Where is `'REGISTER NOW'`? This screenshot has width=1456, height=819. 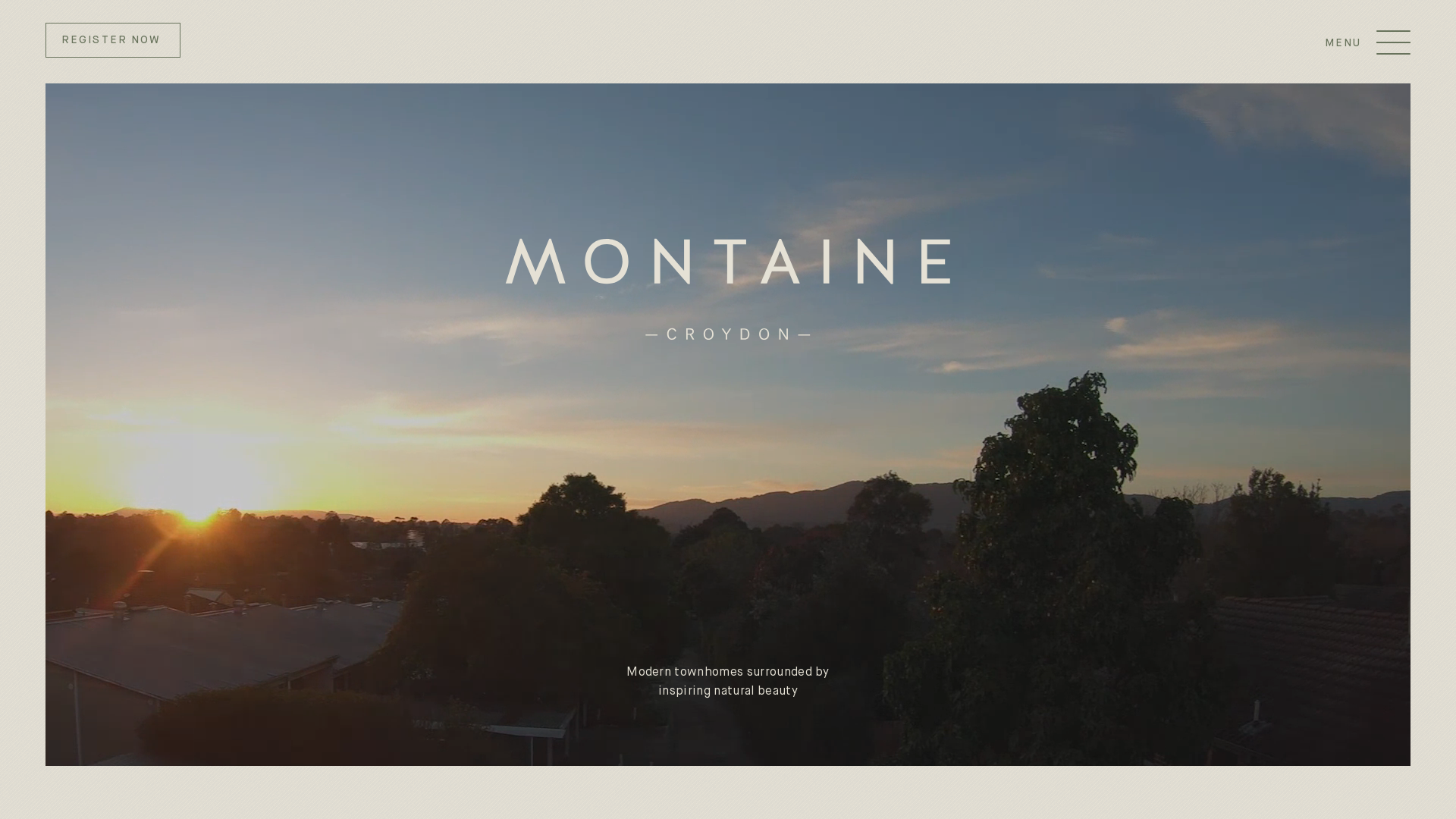 'REGISTER NOW' is located at coordinates (111, 39).